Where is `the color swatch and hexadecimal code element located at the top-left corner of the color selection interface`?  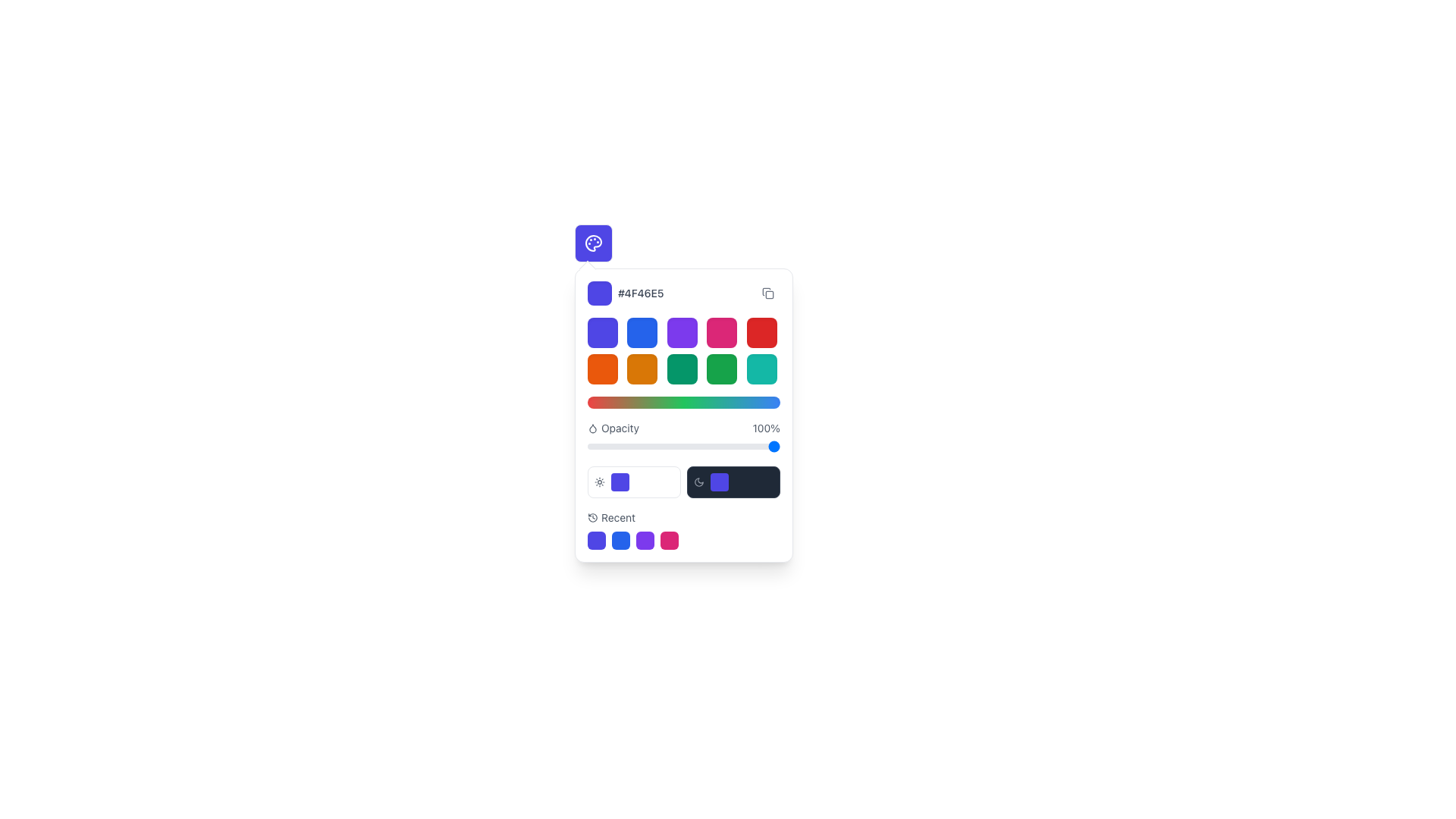 the color swatch and hexadecimal code element located at the top-left corner of the color selection interface is located at coordinates (626, 293).